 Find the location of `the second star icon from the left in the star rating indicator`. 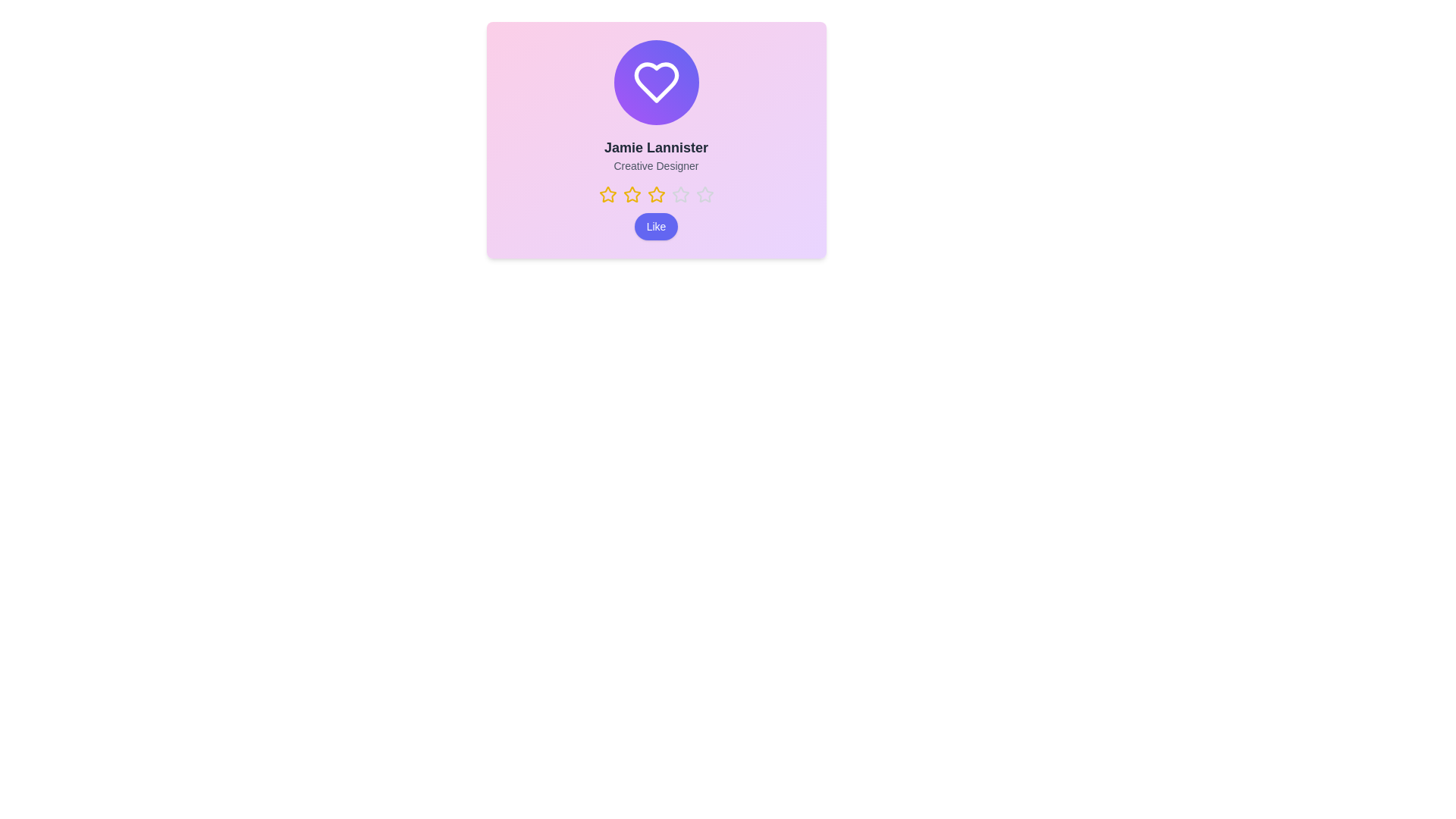

the second star icon from the left in the star rating indicator is located at coordinates (632, 193).